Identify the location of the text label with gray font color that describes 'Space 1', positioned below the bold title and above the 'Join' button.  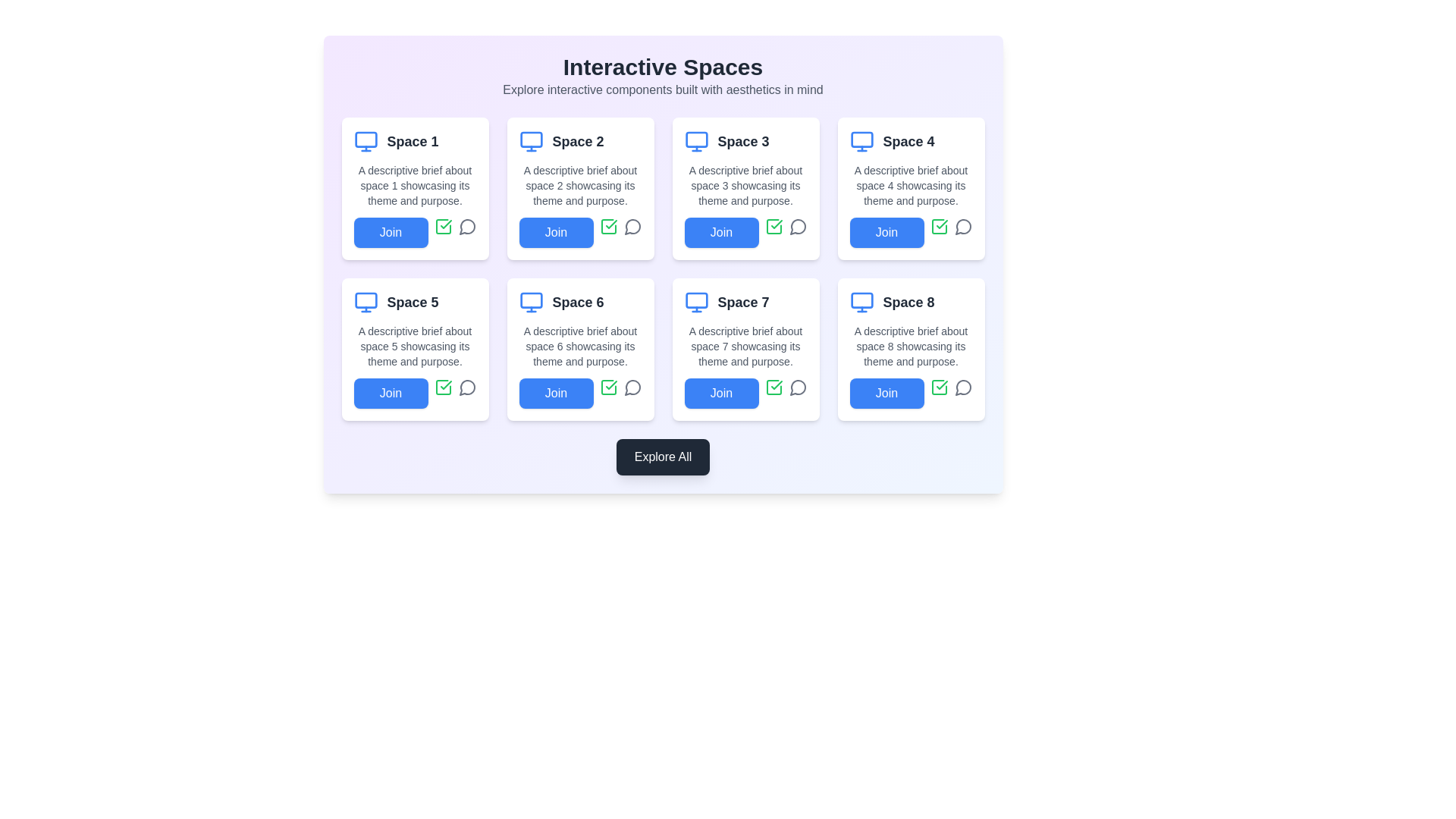
(415, 185).